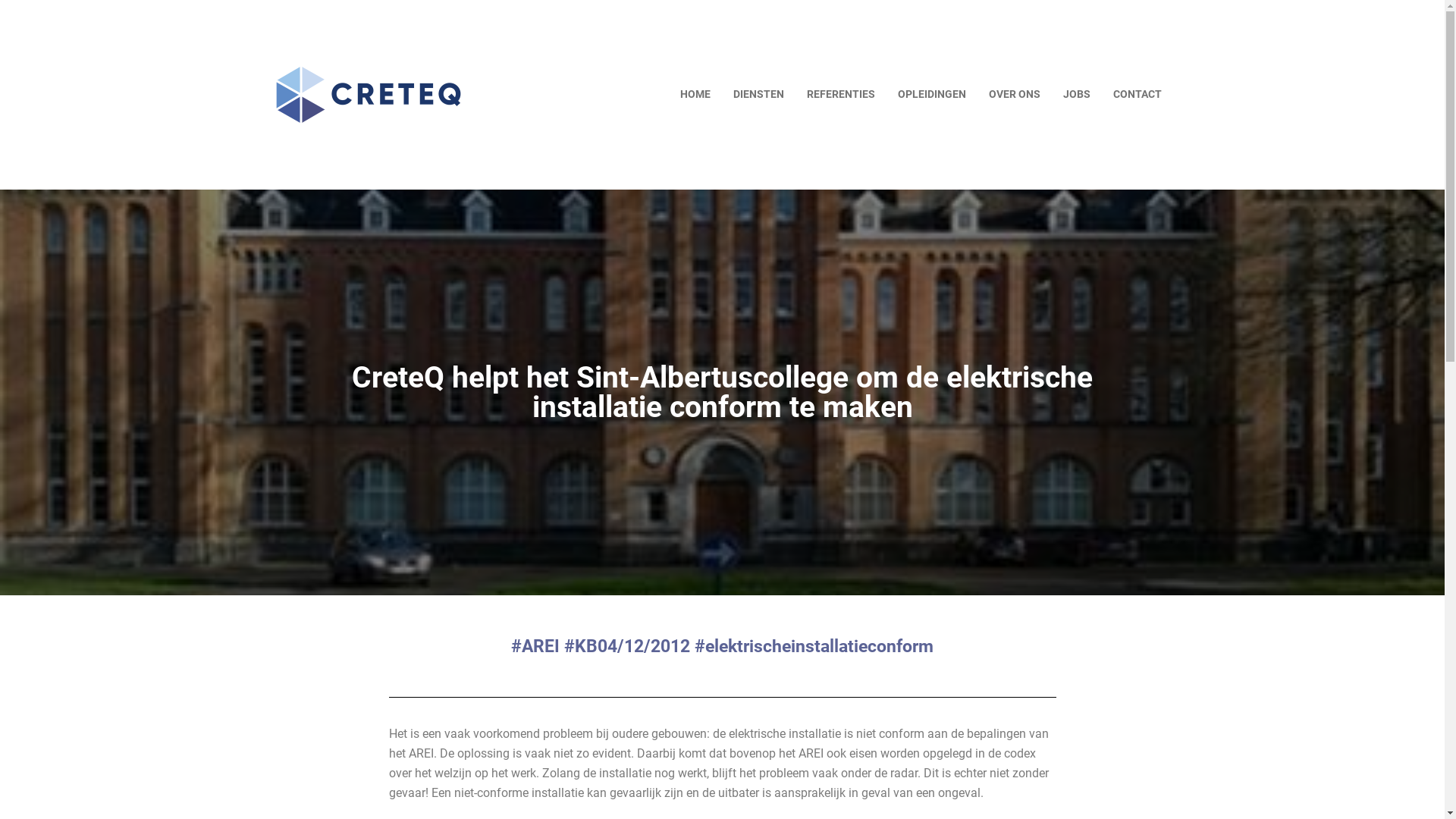 This screenshot has width=1456, height=819. I want to click on 'OVER ONS', so click(1014, 94).